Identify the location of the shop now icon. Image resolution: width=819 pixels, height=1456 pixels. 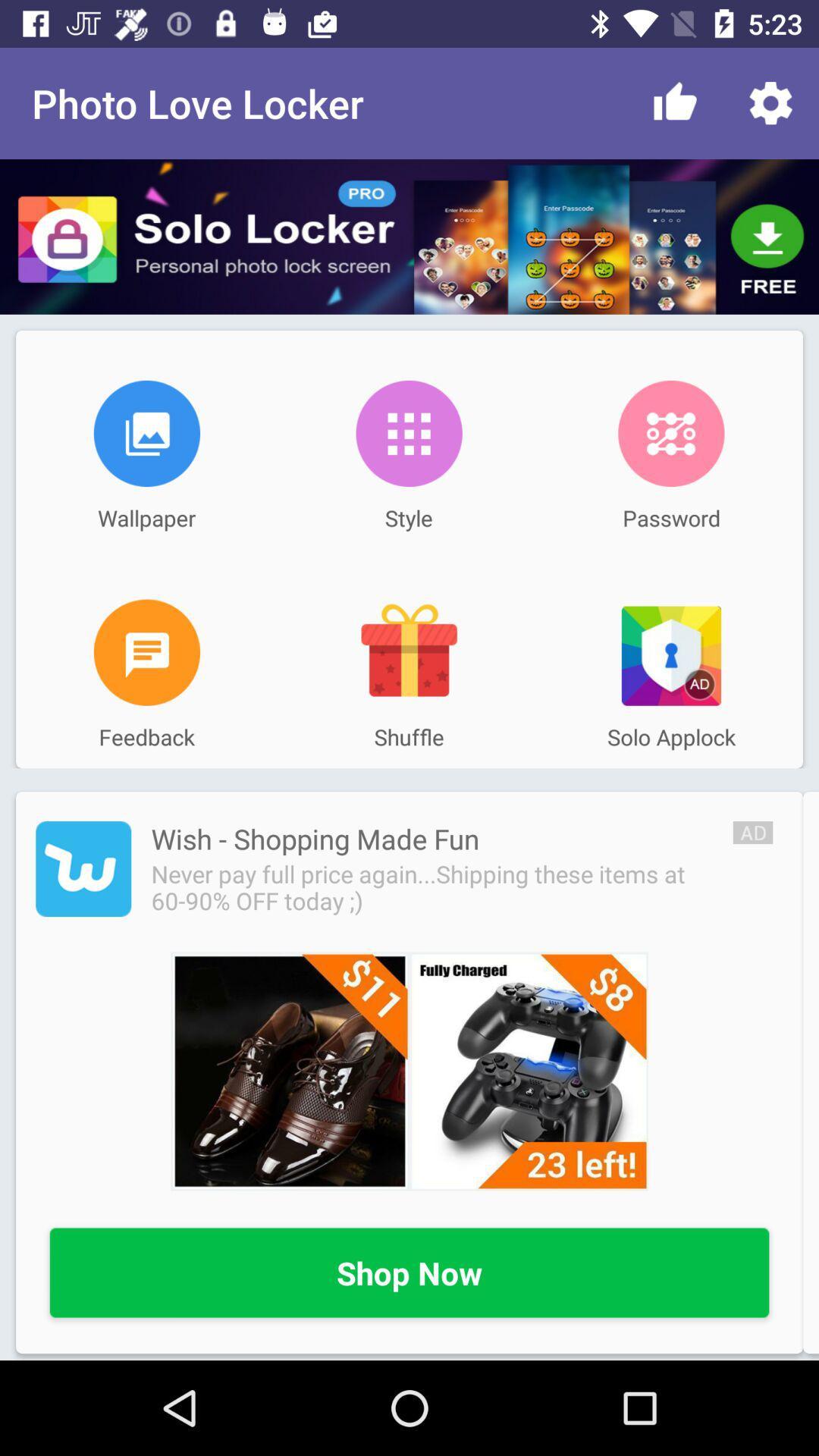
(409, 1274).